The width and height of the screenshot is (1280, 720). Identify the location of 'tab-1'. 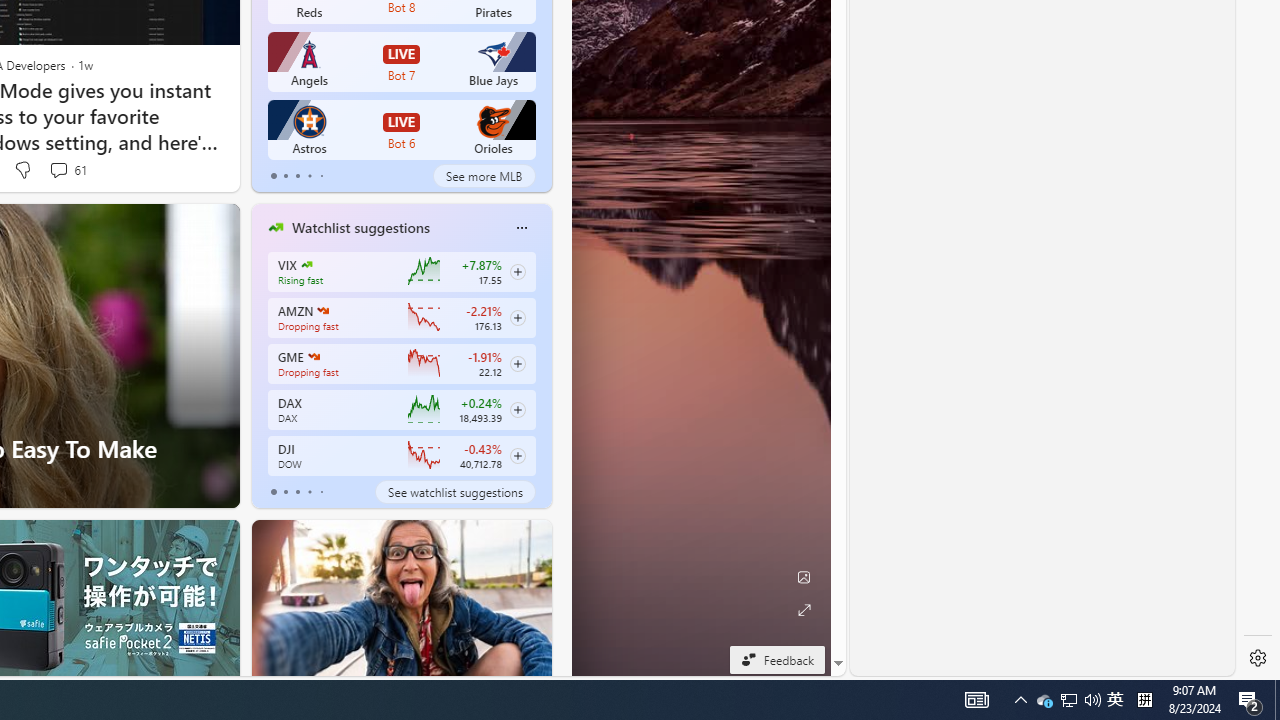
(284, 492).